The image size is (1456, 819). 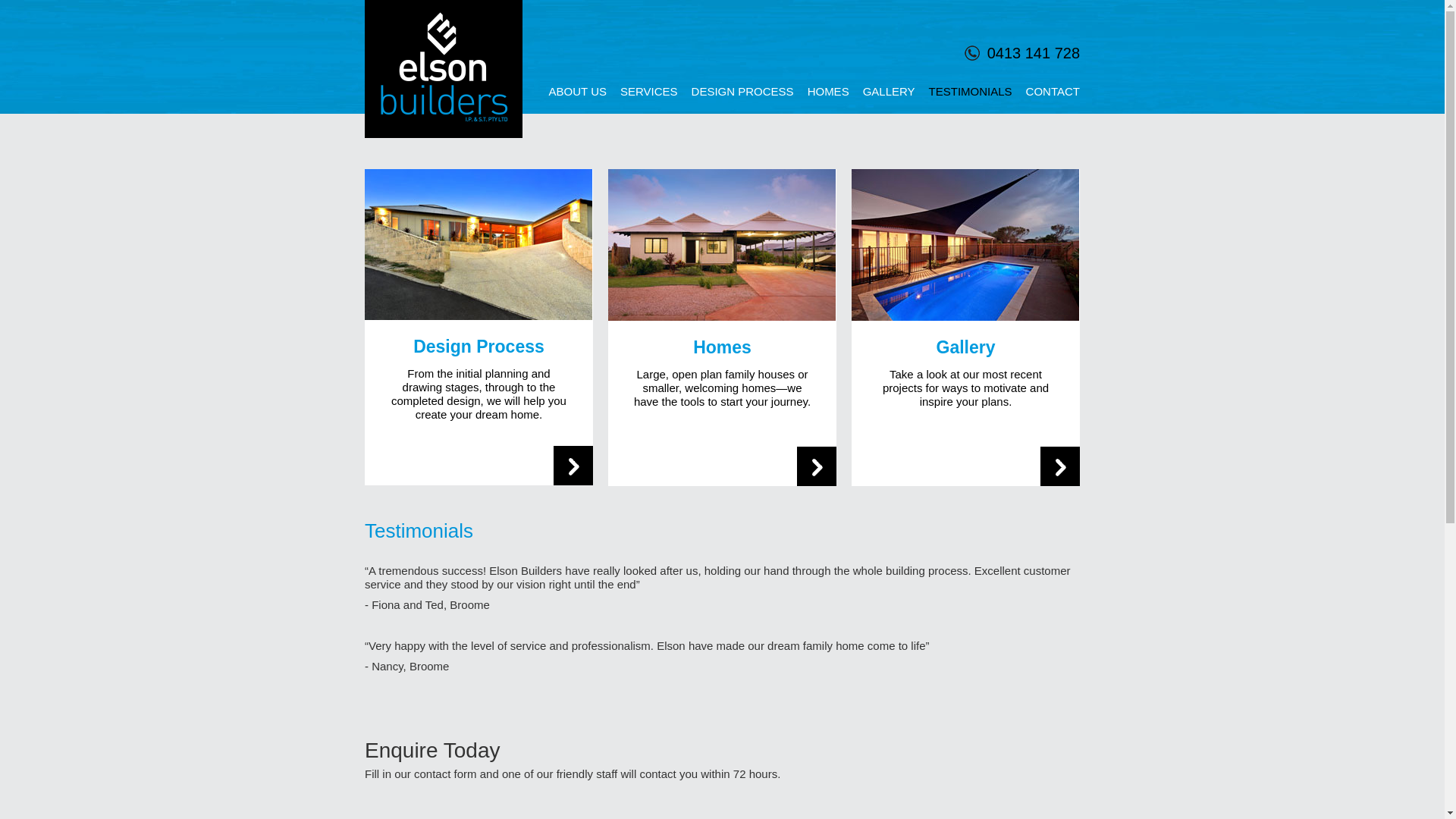 What do you see at coordinates (742, 91) in the screenshot?
I see `'DESIGN PROCESS'` at bounding box center [742, 91].